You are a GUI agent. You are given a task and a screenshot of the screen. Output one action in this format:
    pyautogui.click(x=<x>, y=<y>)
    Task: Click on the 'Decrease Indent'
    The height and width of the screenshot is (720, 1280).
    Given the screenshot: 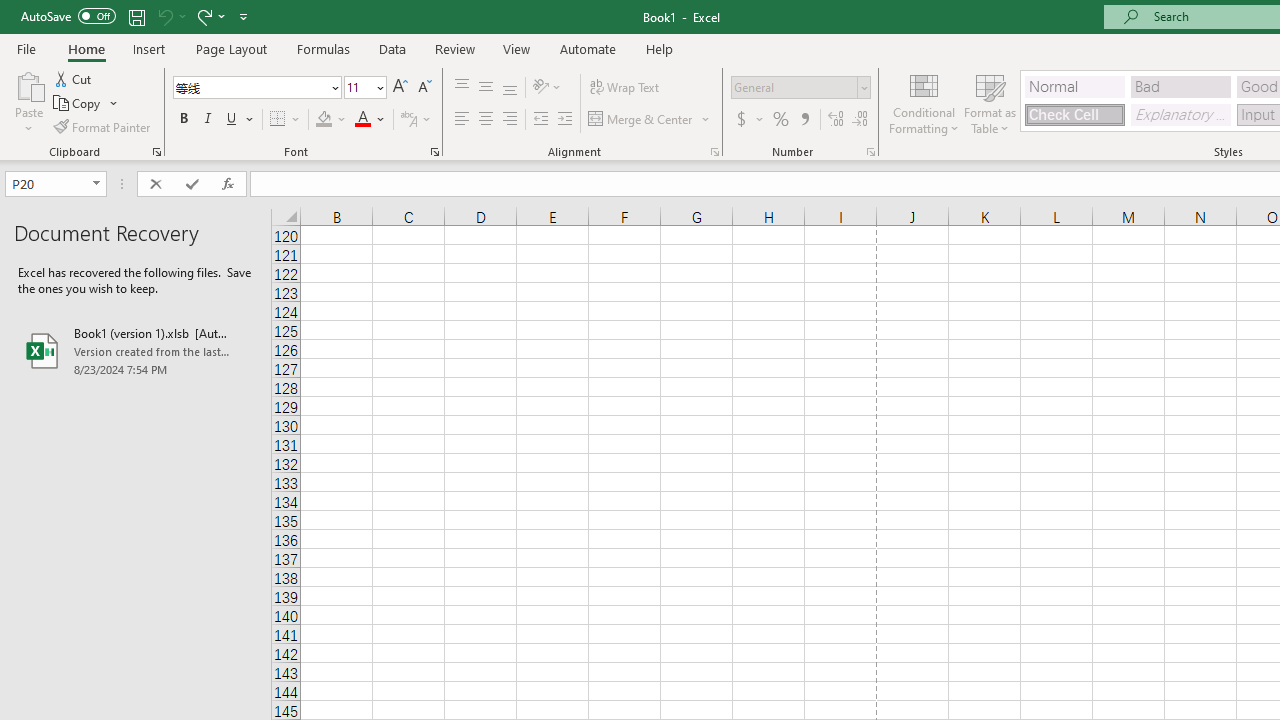 What is the action you would take?
    pyautogui.click(x=540, y=119)
    